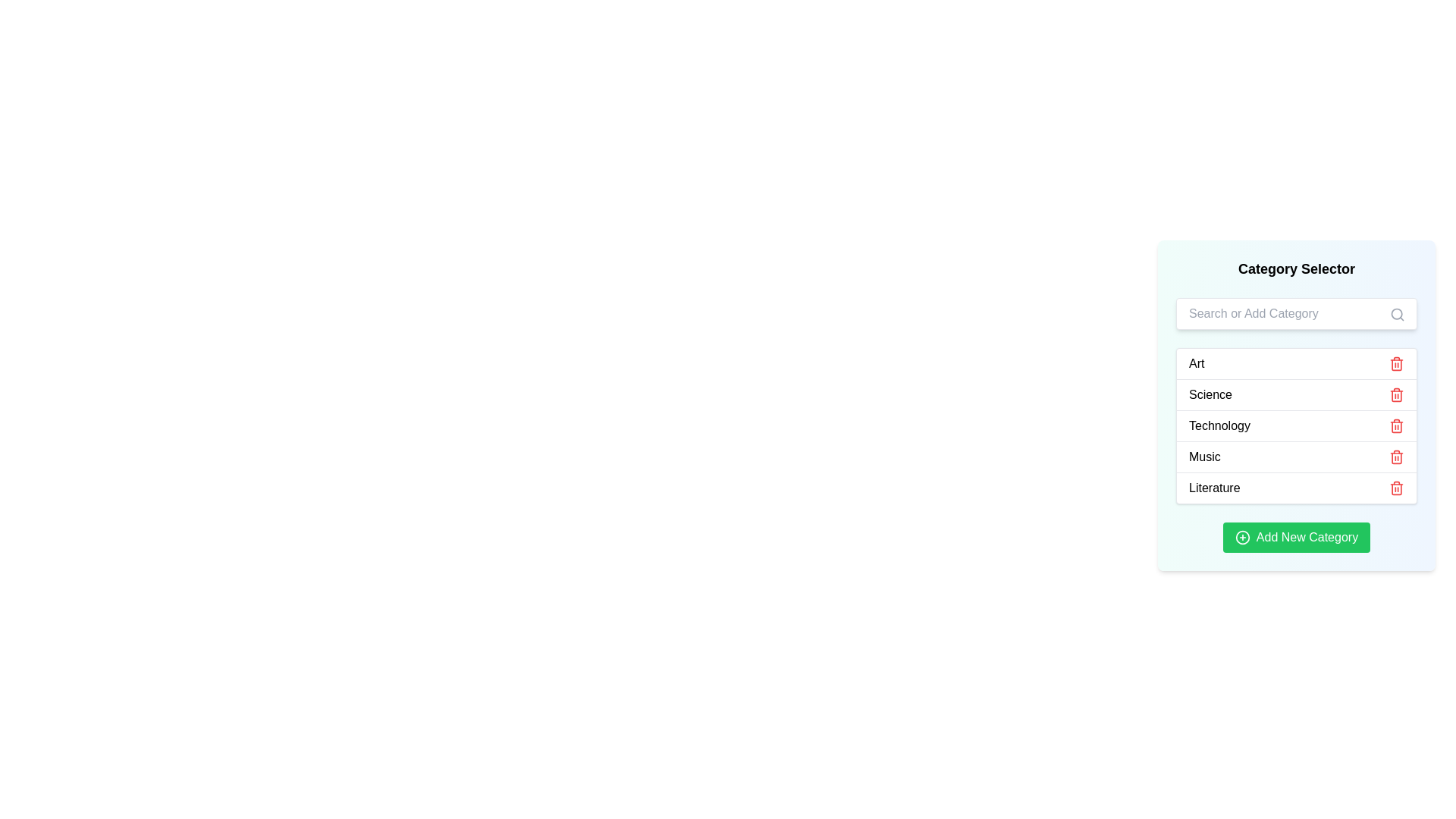 This screenshot has height=819, width=1456. I want to click on the search icon, which is a magnifying glass styled with a thin outline, located within the text input field labeled 'Search or Add Category', positioned at the far-right of the input box, so click(1397, 314).